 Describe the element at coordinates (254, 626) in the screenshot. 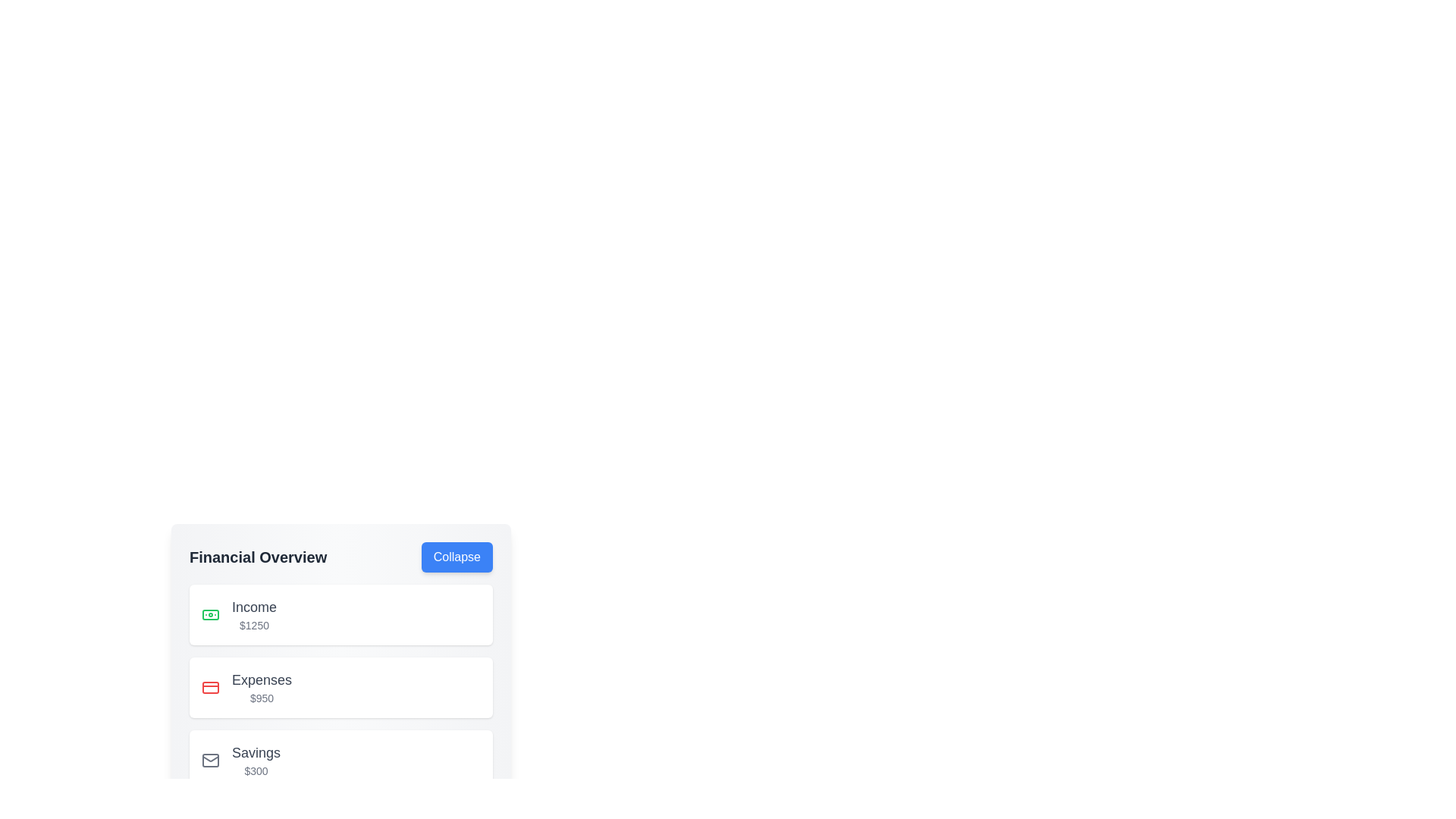

I see `the text label displaying the monetary value '$1250' located just below the 'Income' label in the 'Financial Overview' section` at that location.